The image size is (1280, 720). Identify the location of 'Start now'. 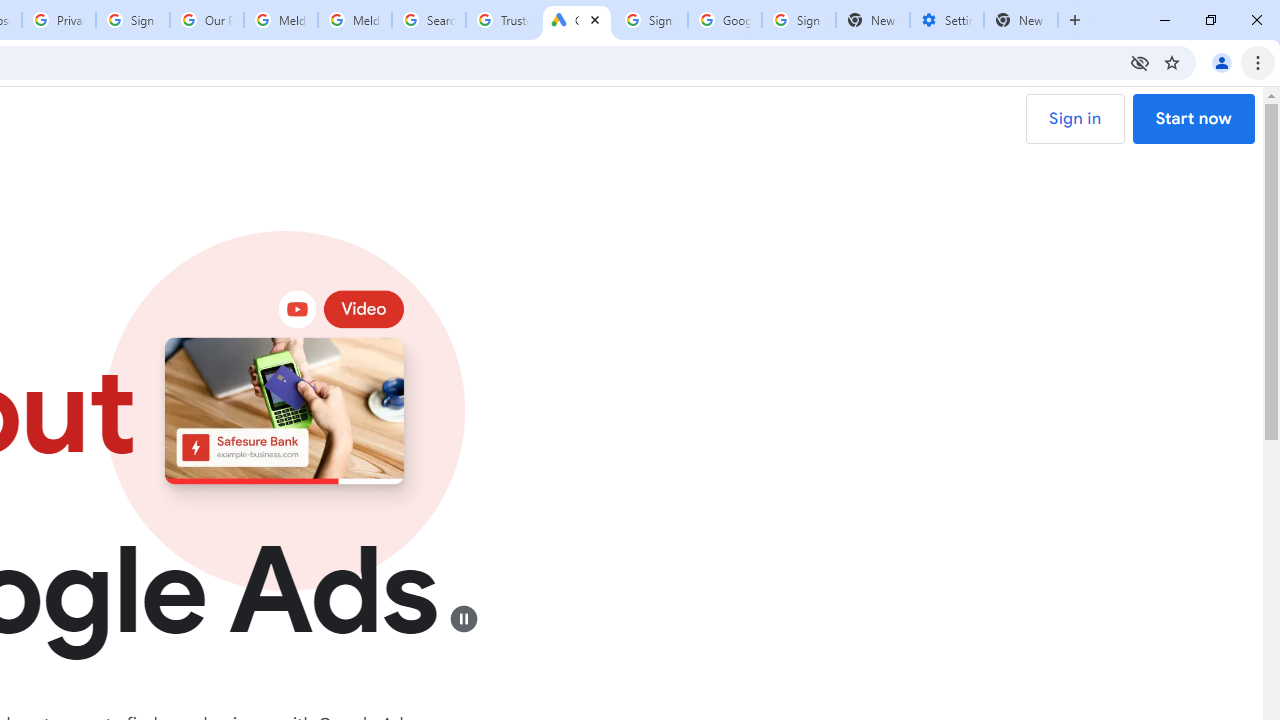
(1192, 119).